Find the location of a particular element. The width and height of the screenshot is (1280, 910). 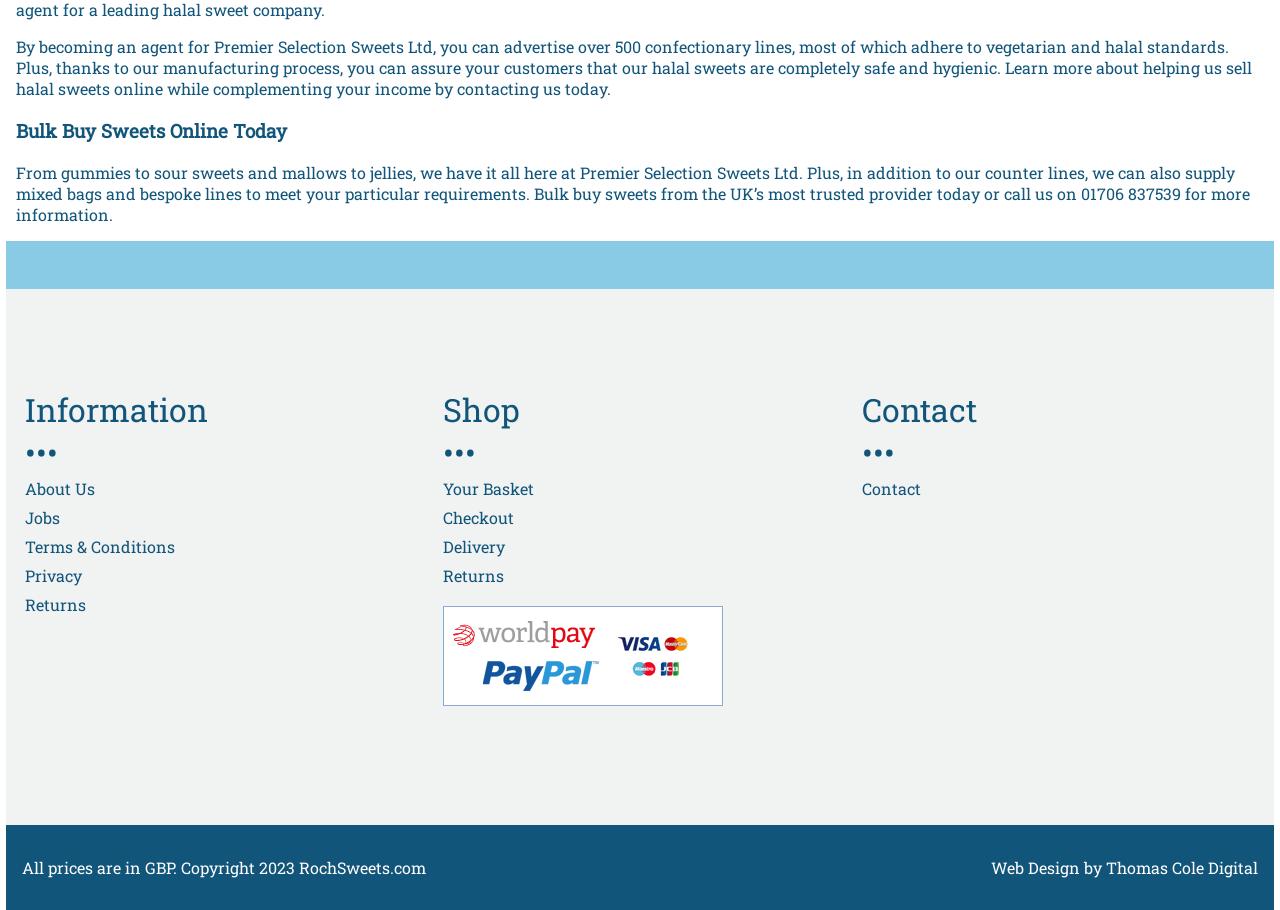

'Information' is located at coordinates (115, 407).